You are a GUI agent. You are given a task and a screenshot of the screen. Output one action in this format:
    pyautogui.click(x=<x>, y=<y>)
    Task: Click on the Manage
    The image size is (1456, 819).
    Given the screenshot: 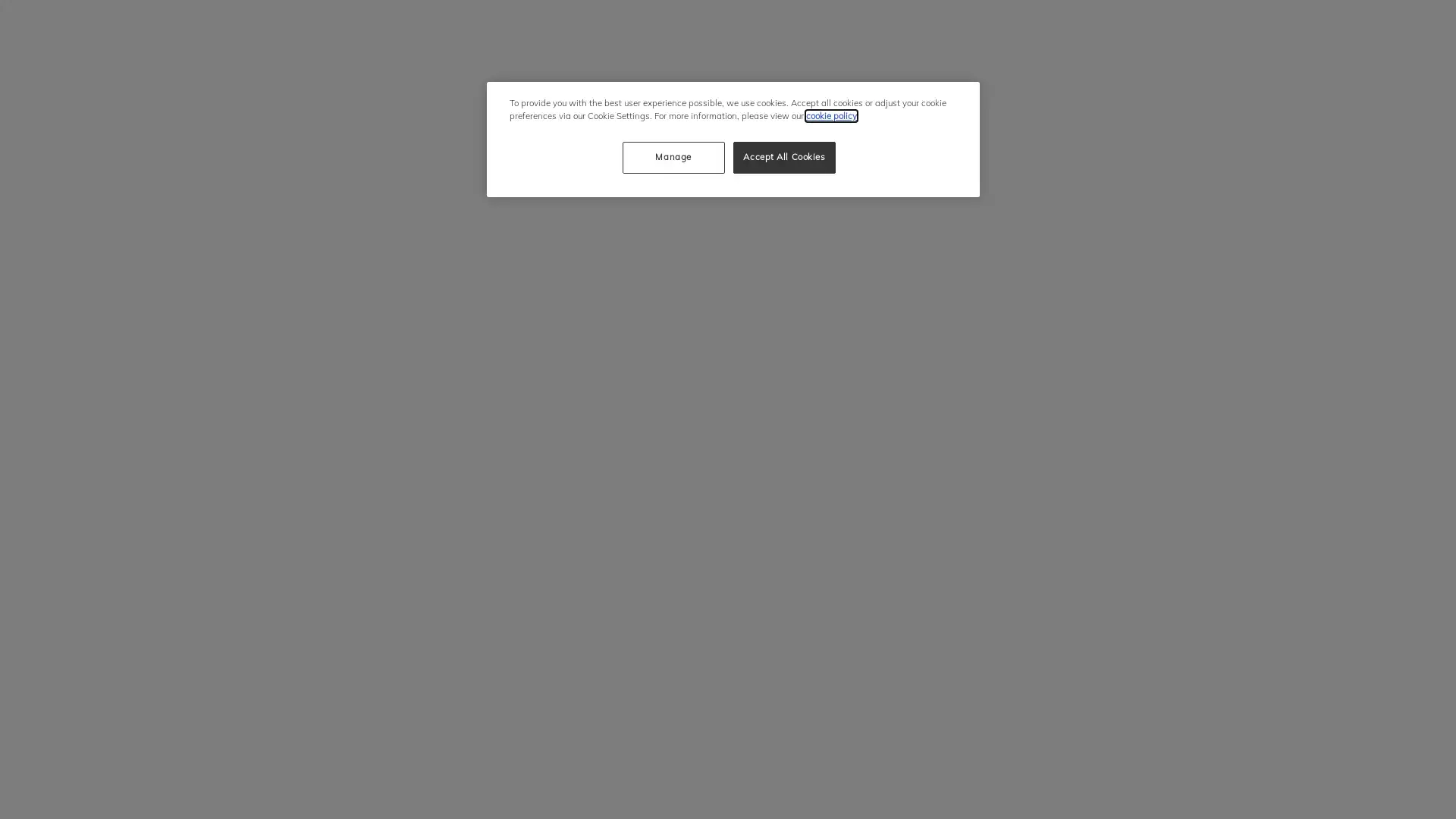 What is the action you would take?
    pyautogui.click(x=672, y=158)
    